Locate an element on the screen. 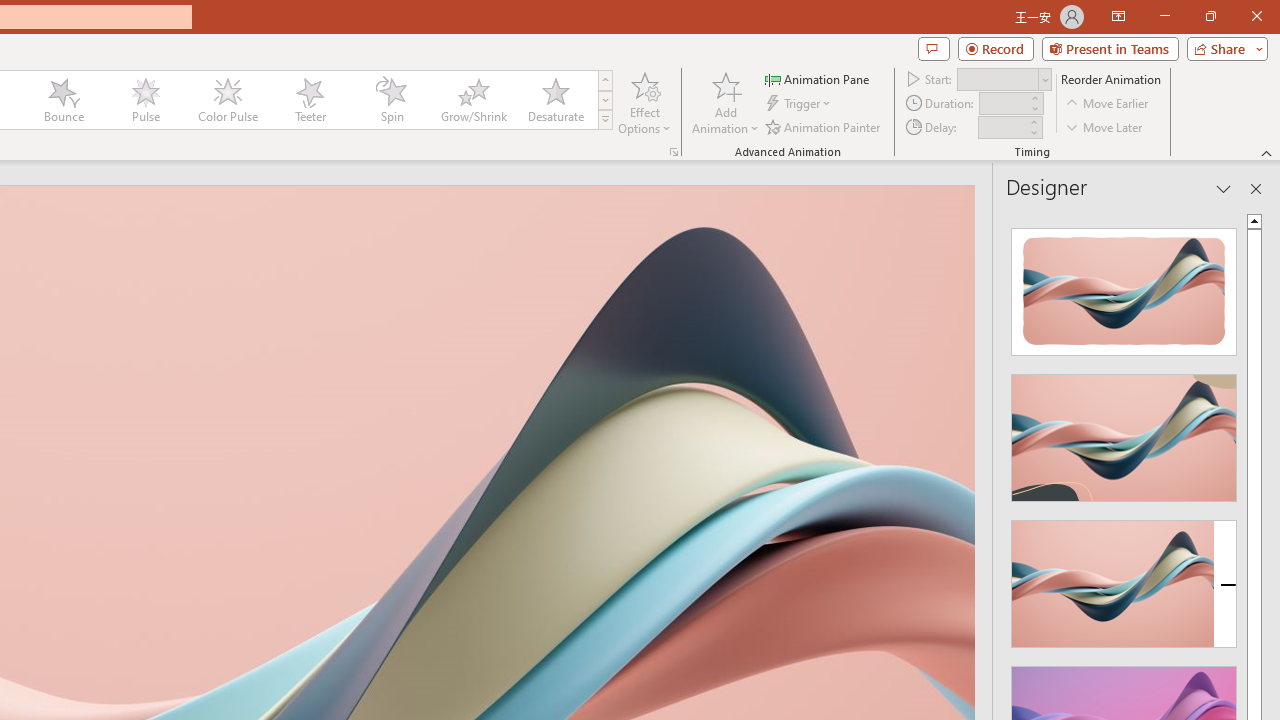 This screenshot has height=720, width=1280. 'Row up' is located at coordinates (604, 79).